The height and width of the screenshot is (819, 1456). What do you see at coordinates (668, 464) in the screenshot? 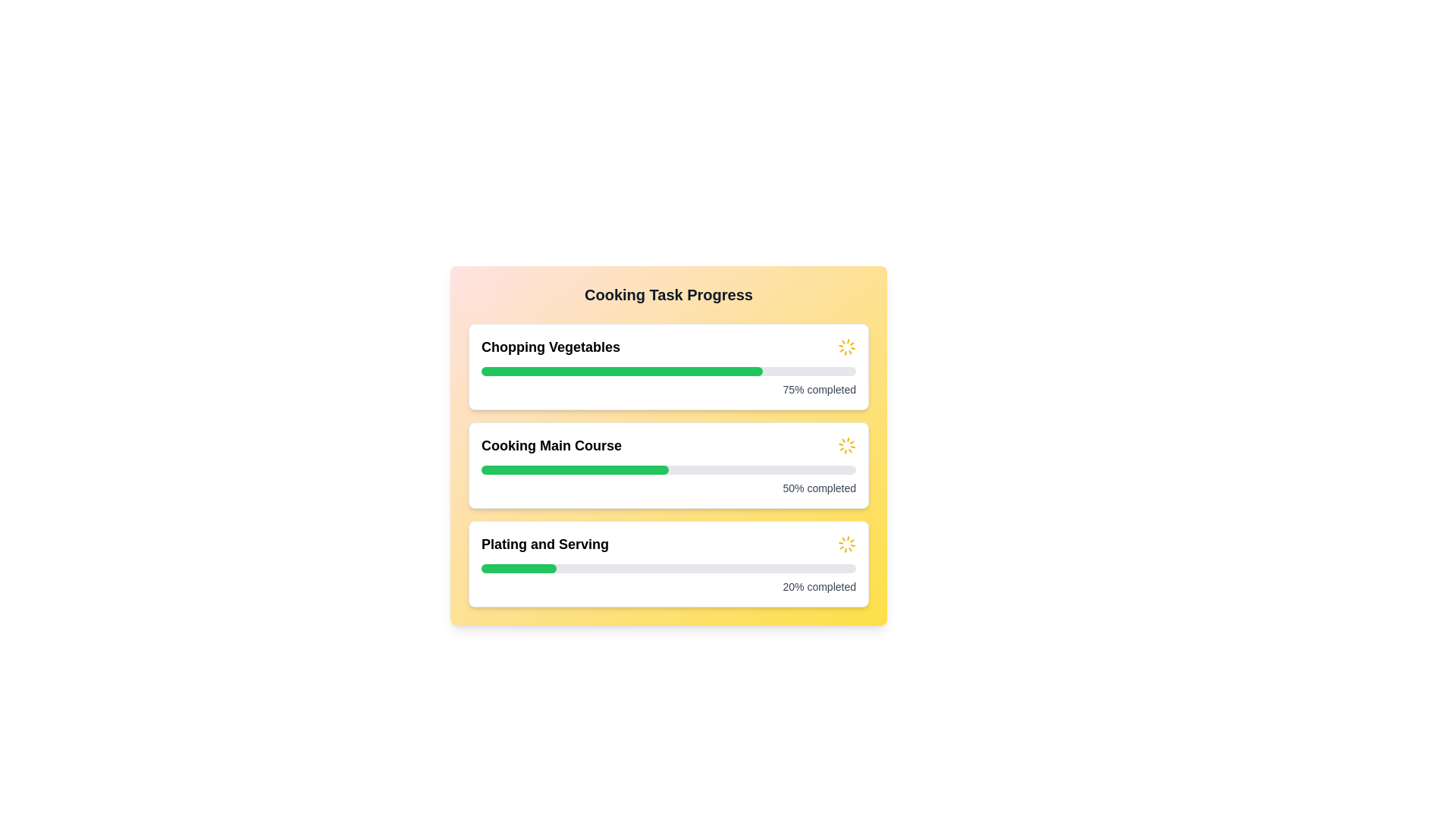
I see `the Progress Indicator, which is a vertical stack of three progress sections representing cooking tasks, located below 'Chopping Vegetables' and above 'Plating and Serving'` at bounding box center [668, 464].